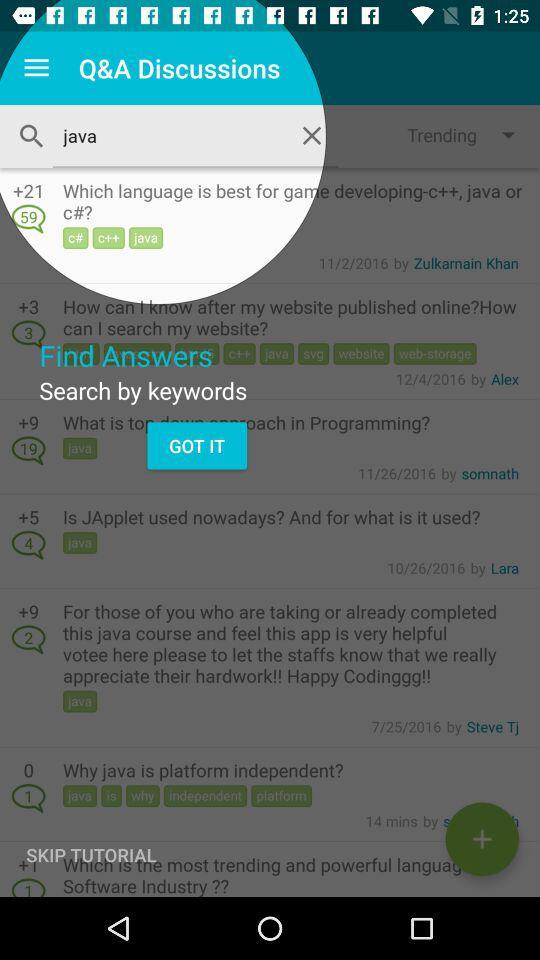 Image resolution: width=540 pixels, height=960 pixels. What do you see at coordinates (312, 134) in the screenshot?
I see `the close icon` at bounding box center [312, 134].